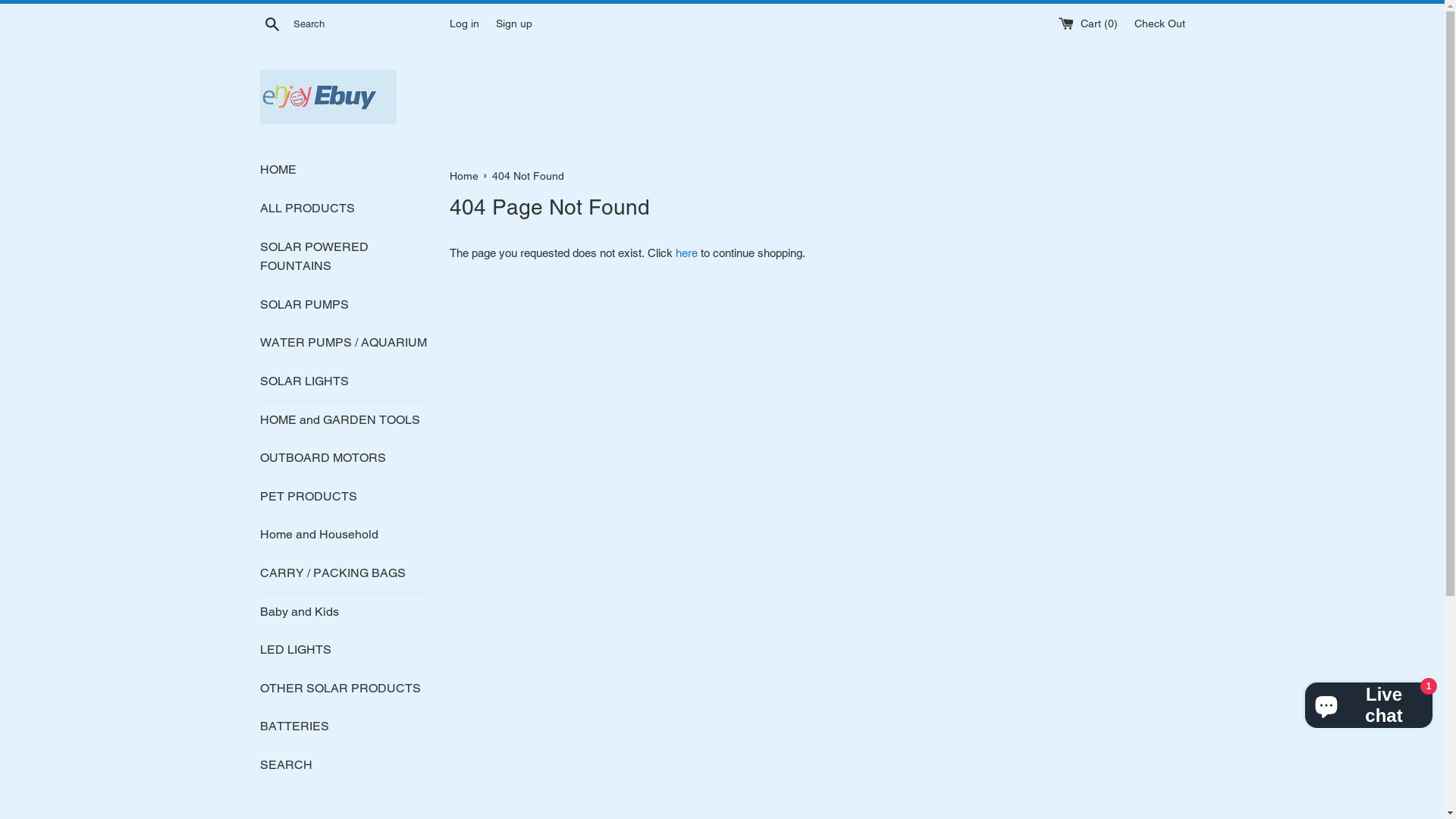 Image resolution: width=1456 pixels, height=819 pixels. What do you see at coordinates (341, 534) in the screenshot?
I see `'Home and Household'` at bounding box center [341, 534].